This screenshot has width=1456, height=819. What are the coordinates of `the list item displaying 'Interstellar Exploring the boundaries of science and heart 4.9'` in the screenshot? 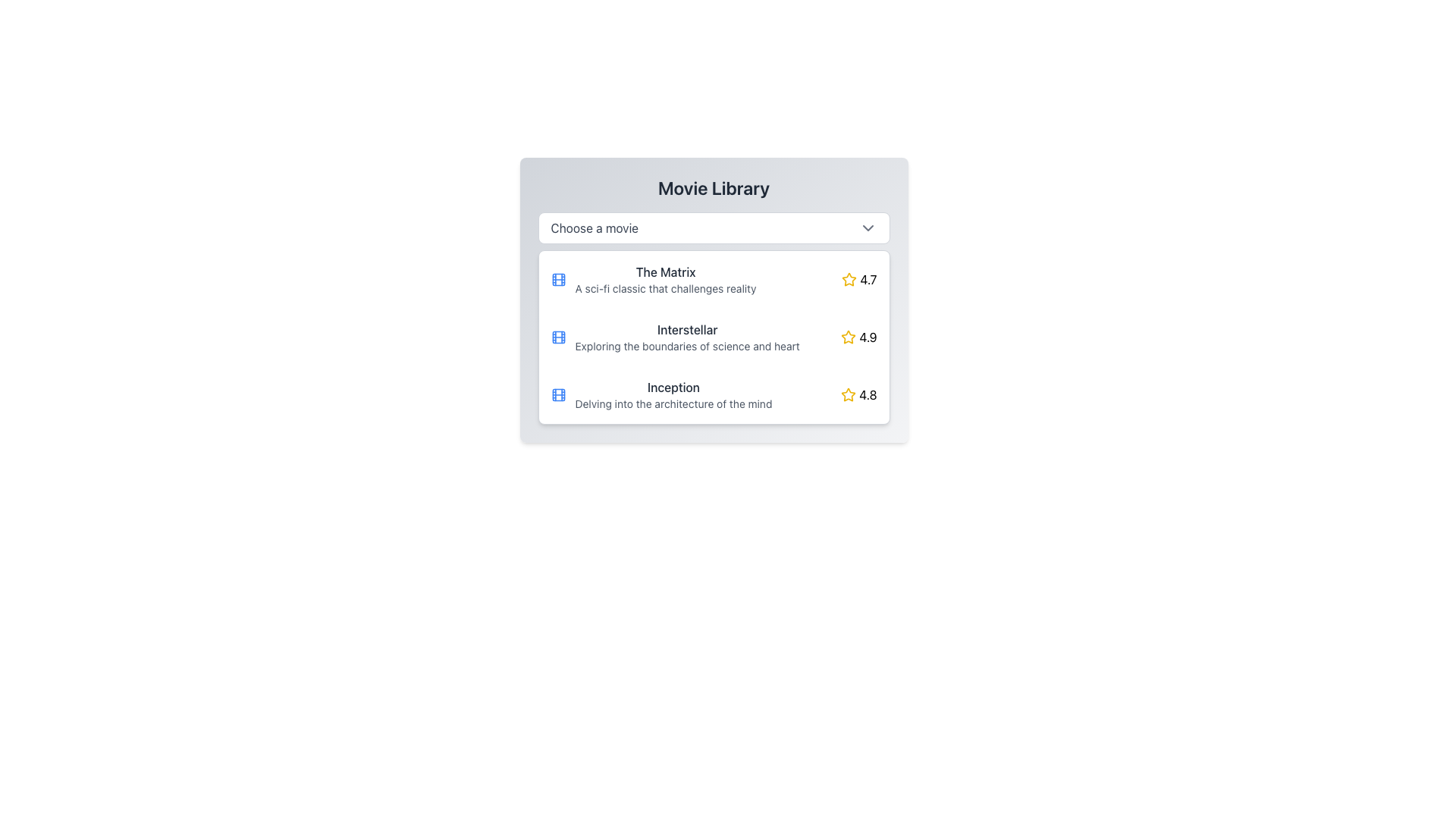 It's located at (713, 336).